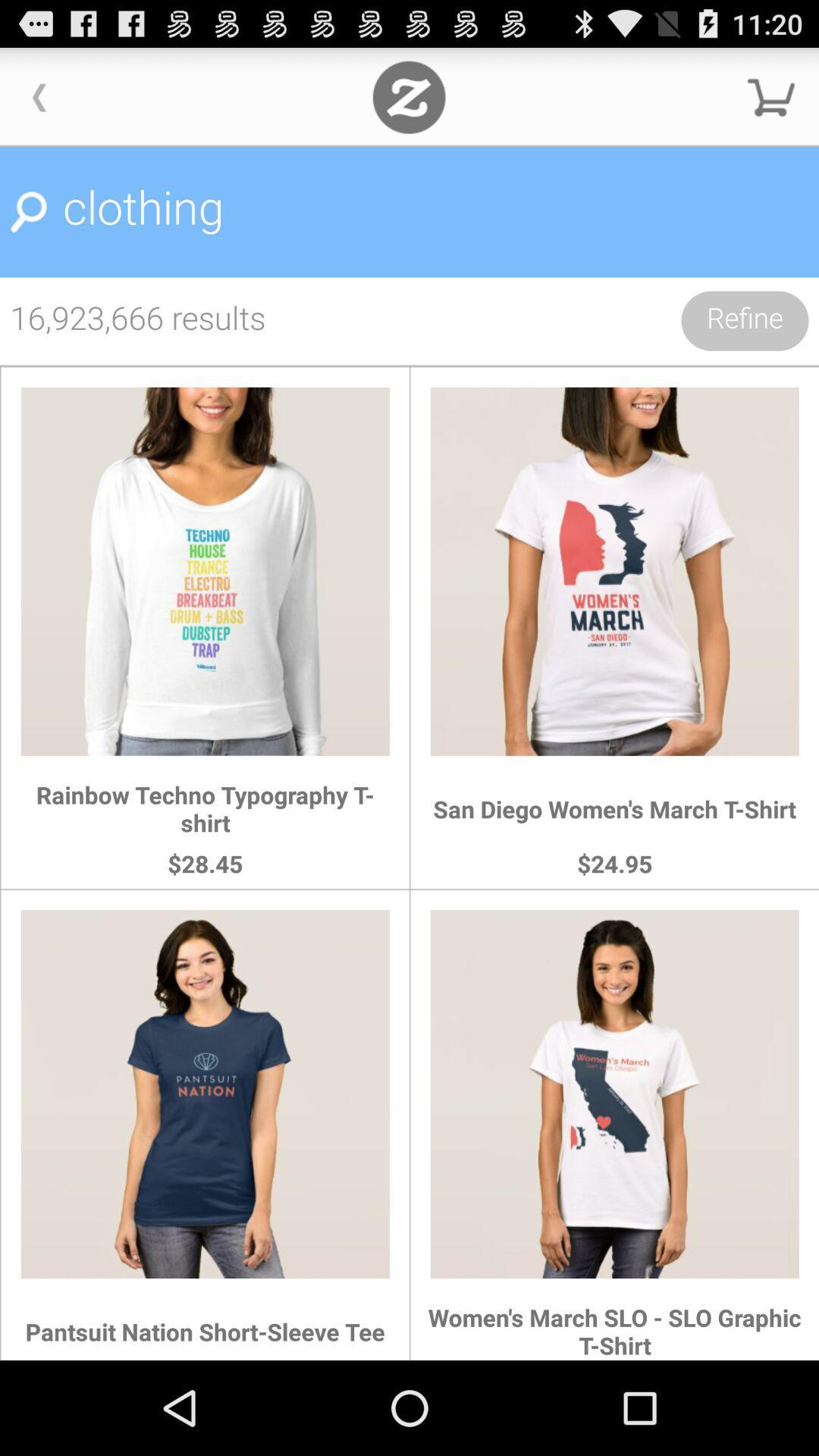  What do you see at coordinates (39, 96) in the screenshot?
I see `back` at bounding box center [39, 96].